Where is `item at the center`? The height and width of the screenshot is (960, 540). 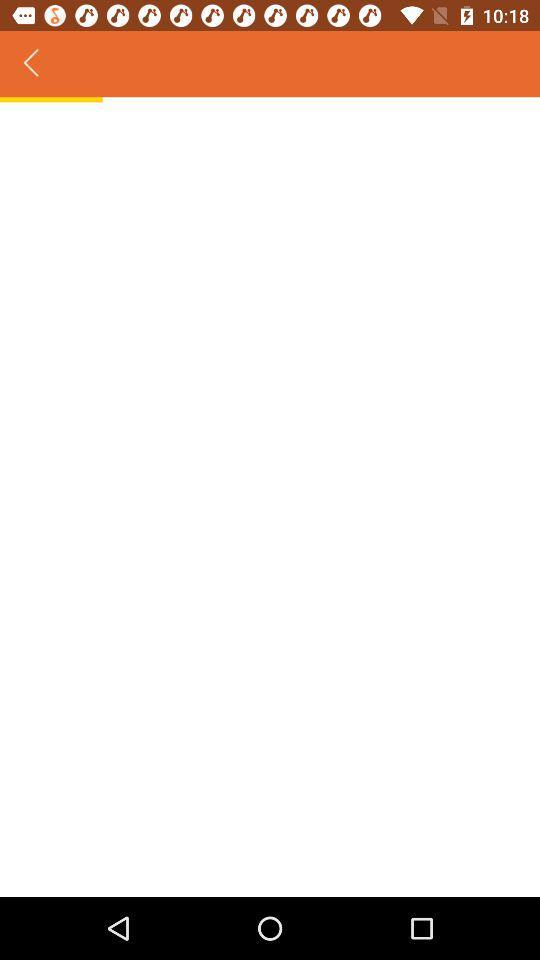
item at the center is located at coordinates (270, 498).